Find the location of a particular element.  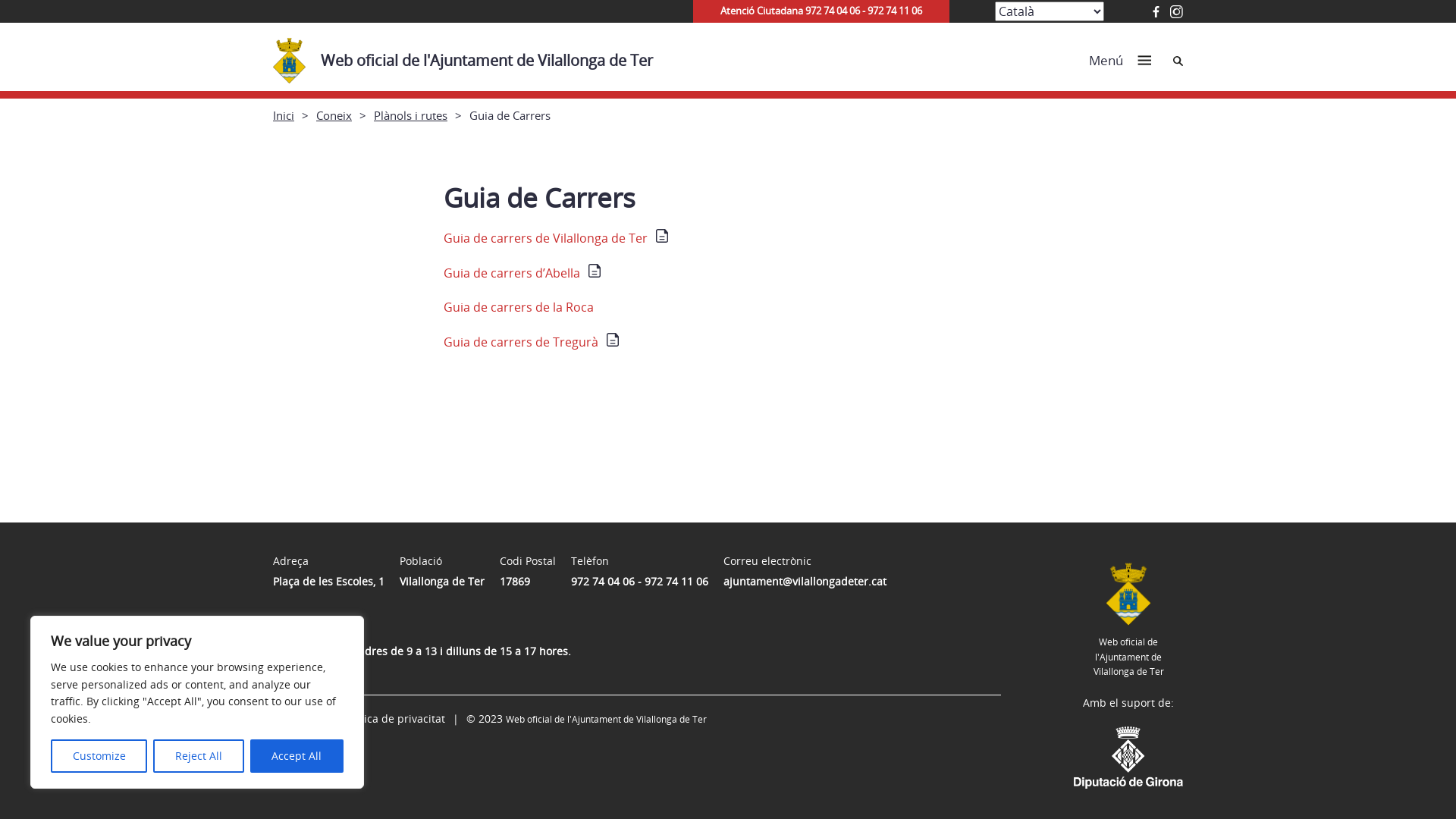

'Customize' is located at coordinates (98, 755).